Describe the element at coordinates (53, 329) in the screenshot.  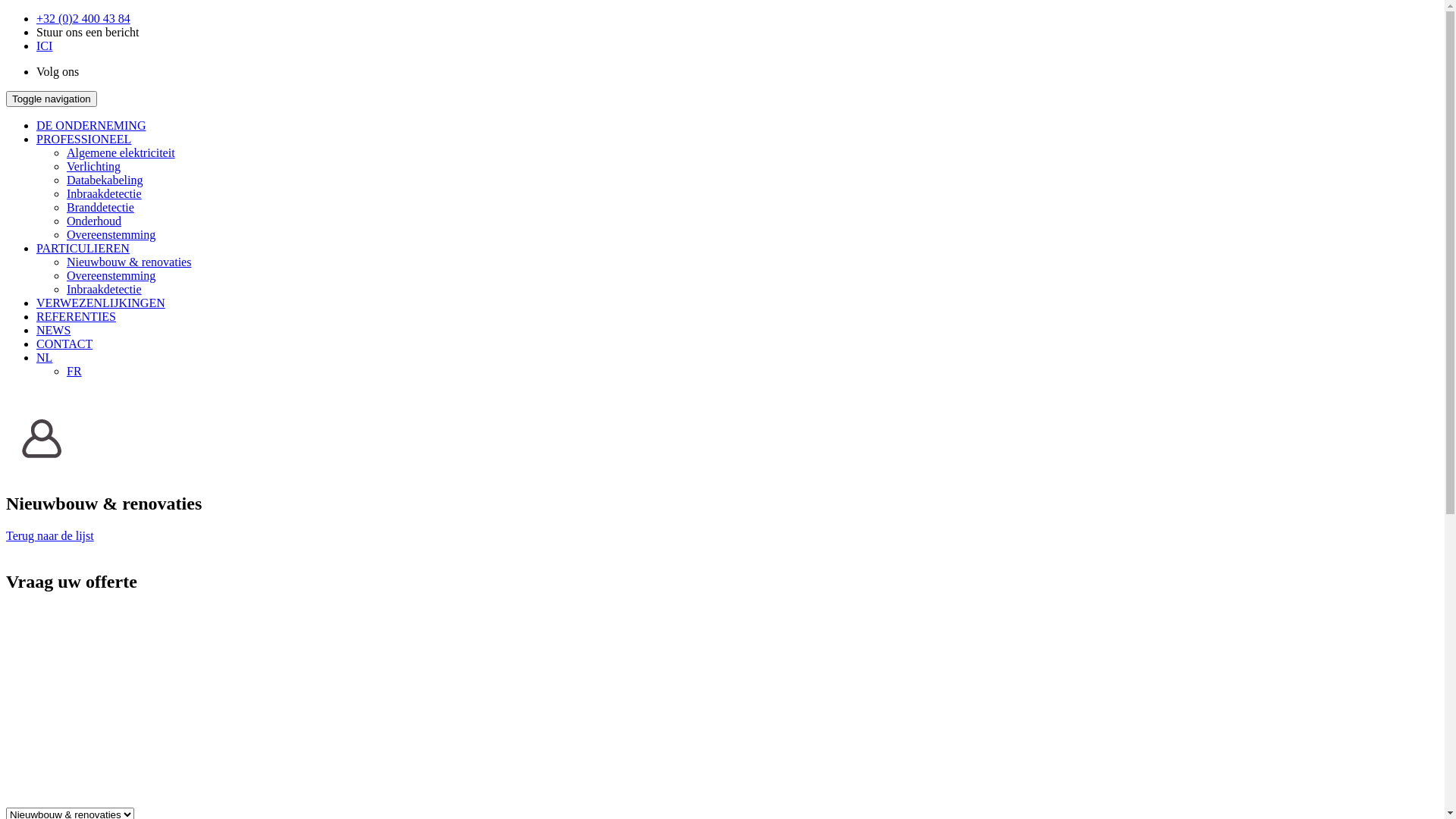
I see `'NEWS'` at that location.